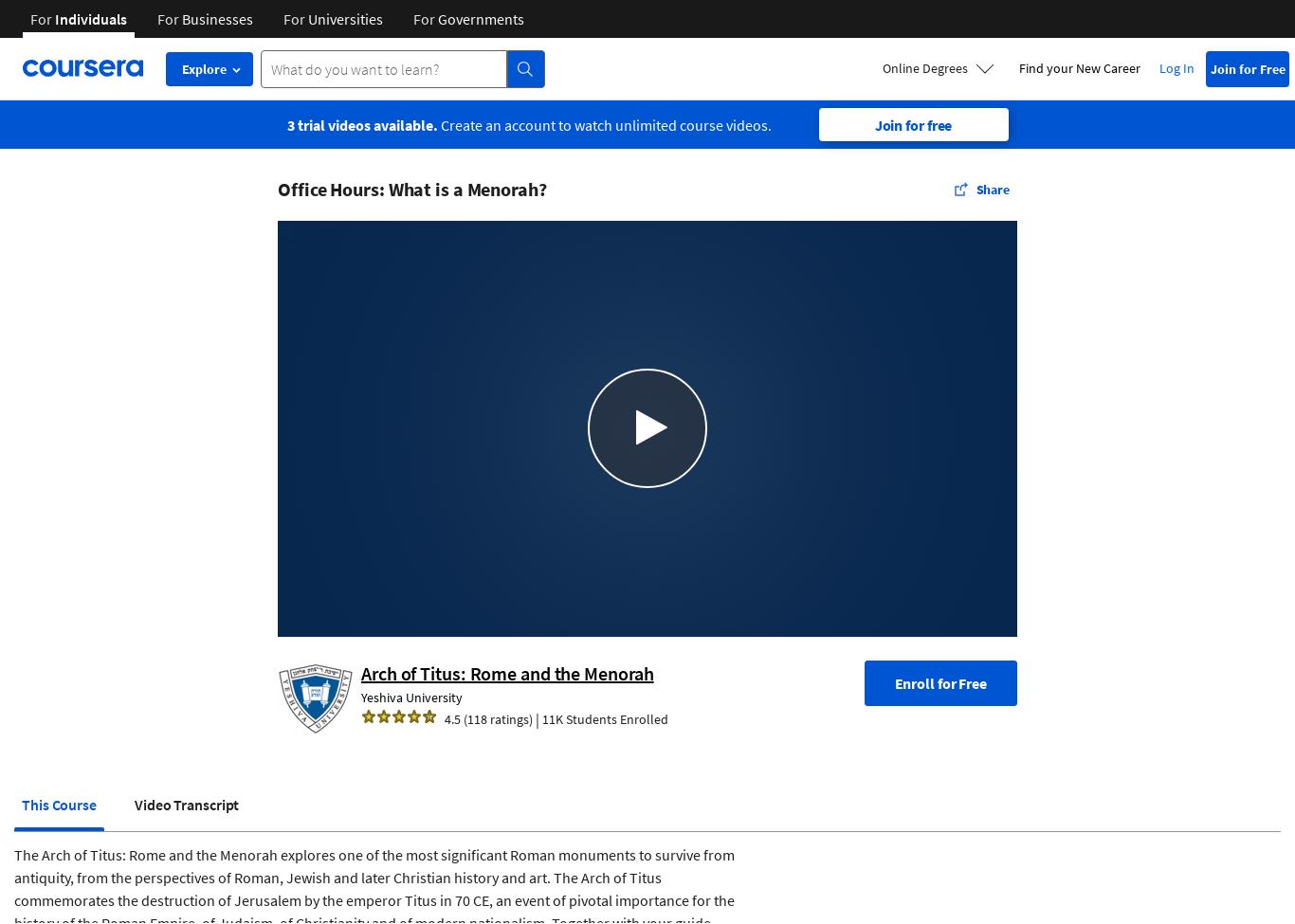 This screenshot has height=924, width=1295. What do you see at coordinates (59, 803) in the screenshot?
I see `'This Course'` at bounding box center [59, 803].